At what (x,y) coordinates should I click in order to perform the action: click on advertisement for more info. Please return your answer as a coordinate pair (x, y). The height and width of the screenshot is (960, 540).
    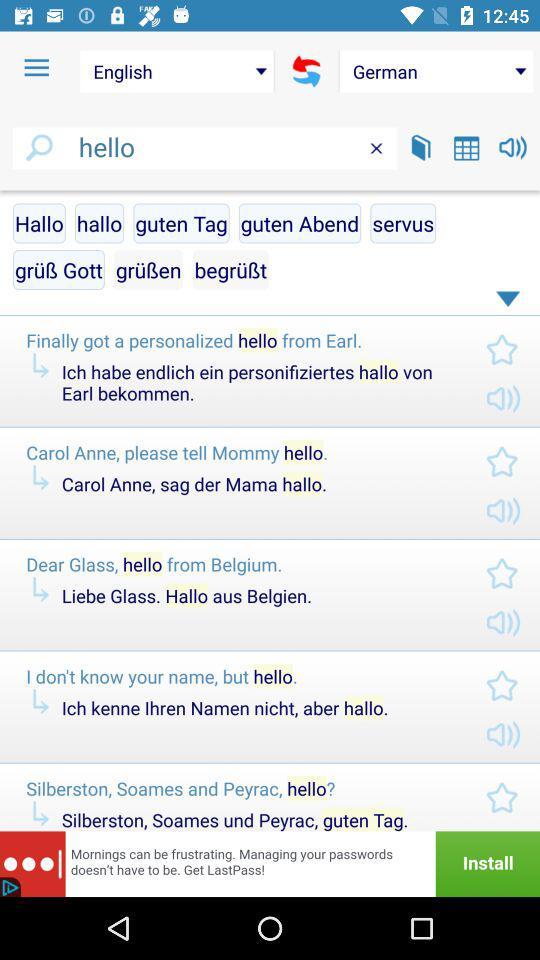
    Looking at the image, I should click on (270, 863).